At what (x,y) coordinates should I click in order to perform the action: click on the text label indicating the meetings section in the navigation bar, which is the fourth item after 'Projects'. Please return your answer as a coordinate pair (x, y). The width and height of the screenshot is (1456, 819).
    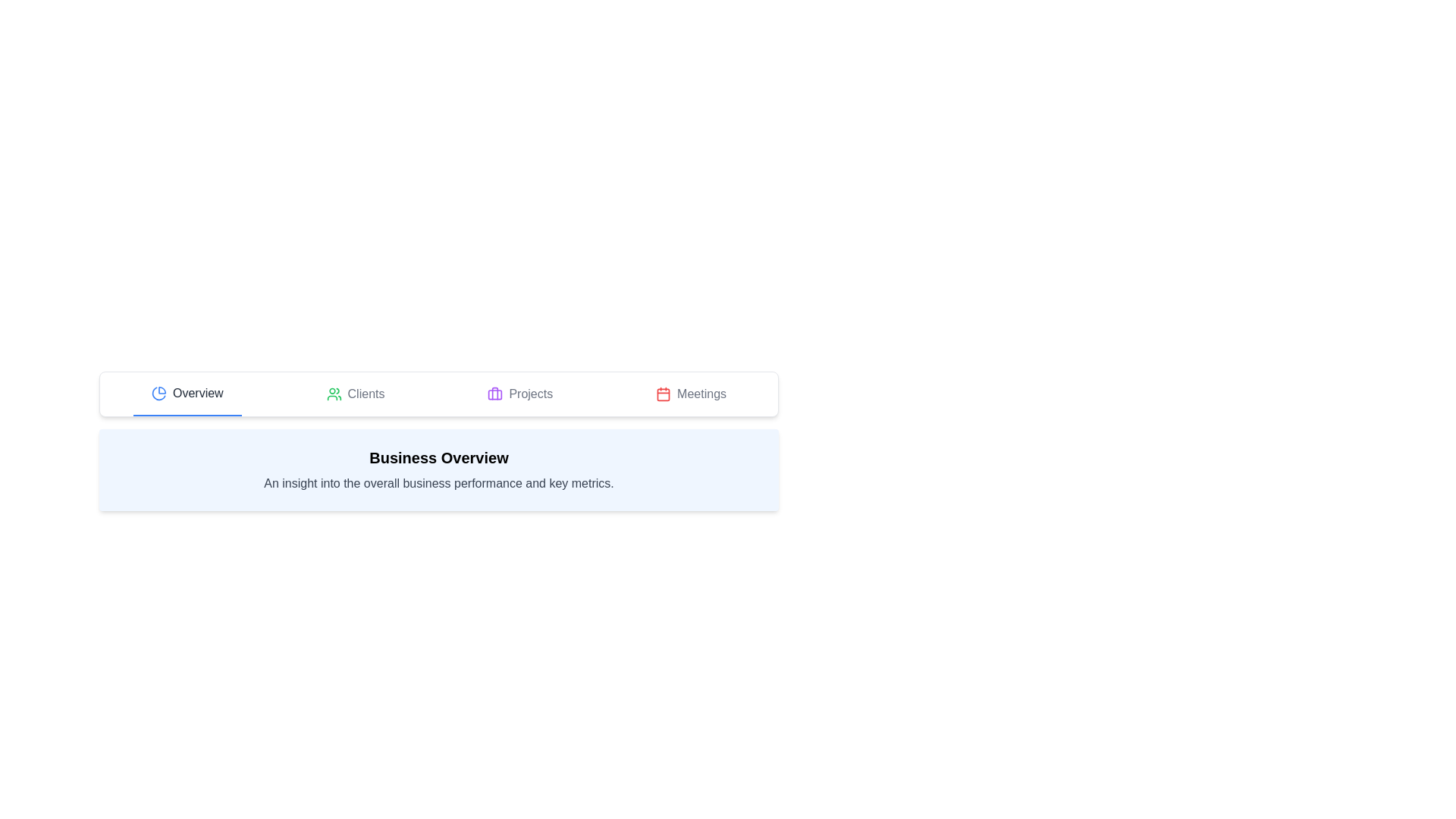
    Looking at the image, I should click on (701, 394).